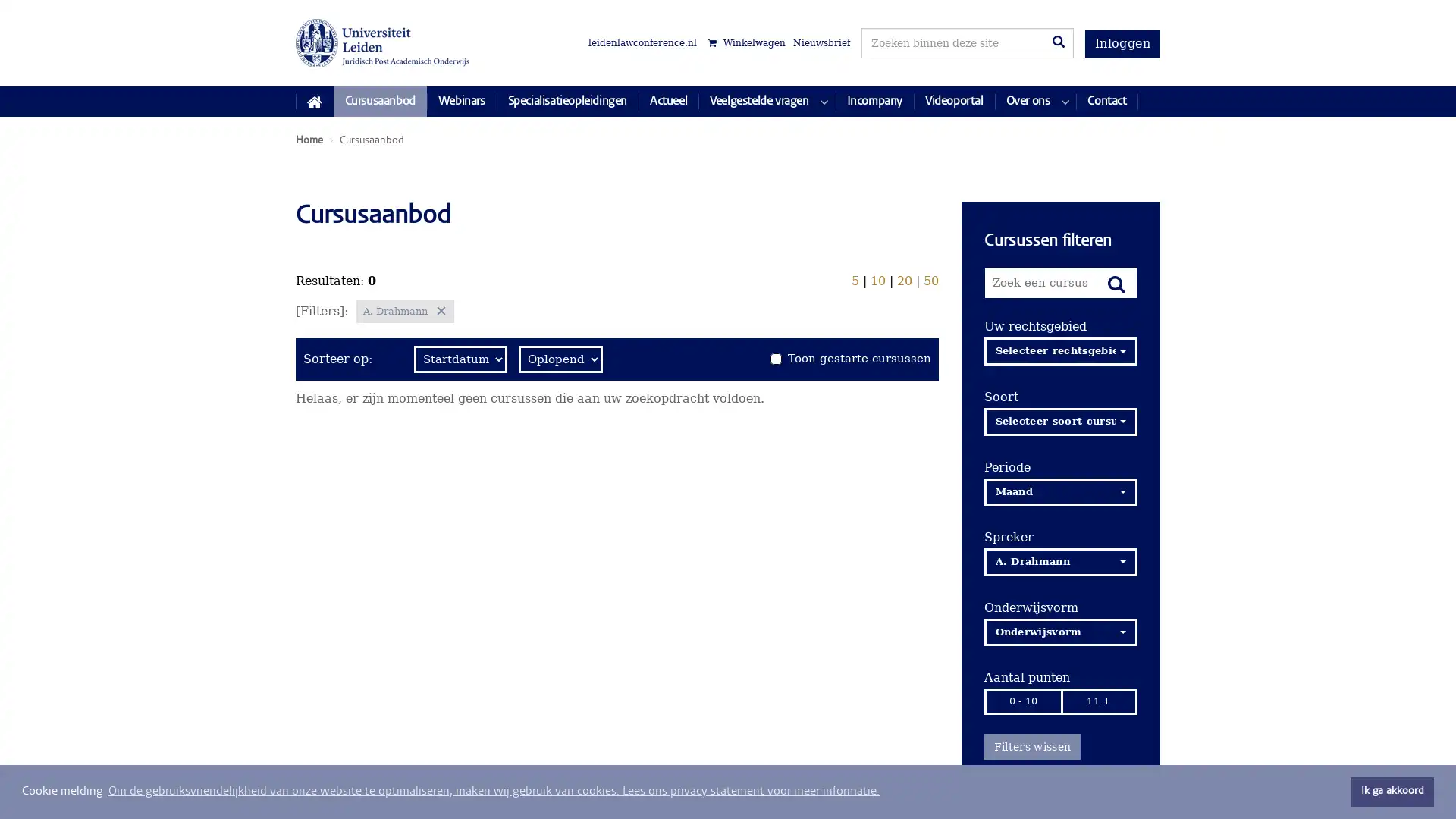  I want to click on Selecteer rechtsgebied, so click(1059, 350).